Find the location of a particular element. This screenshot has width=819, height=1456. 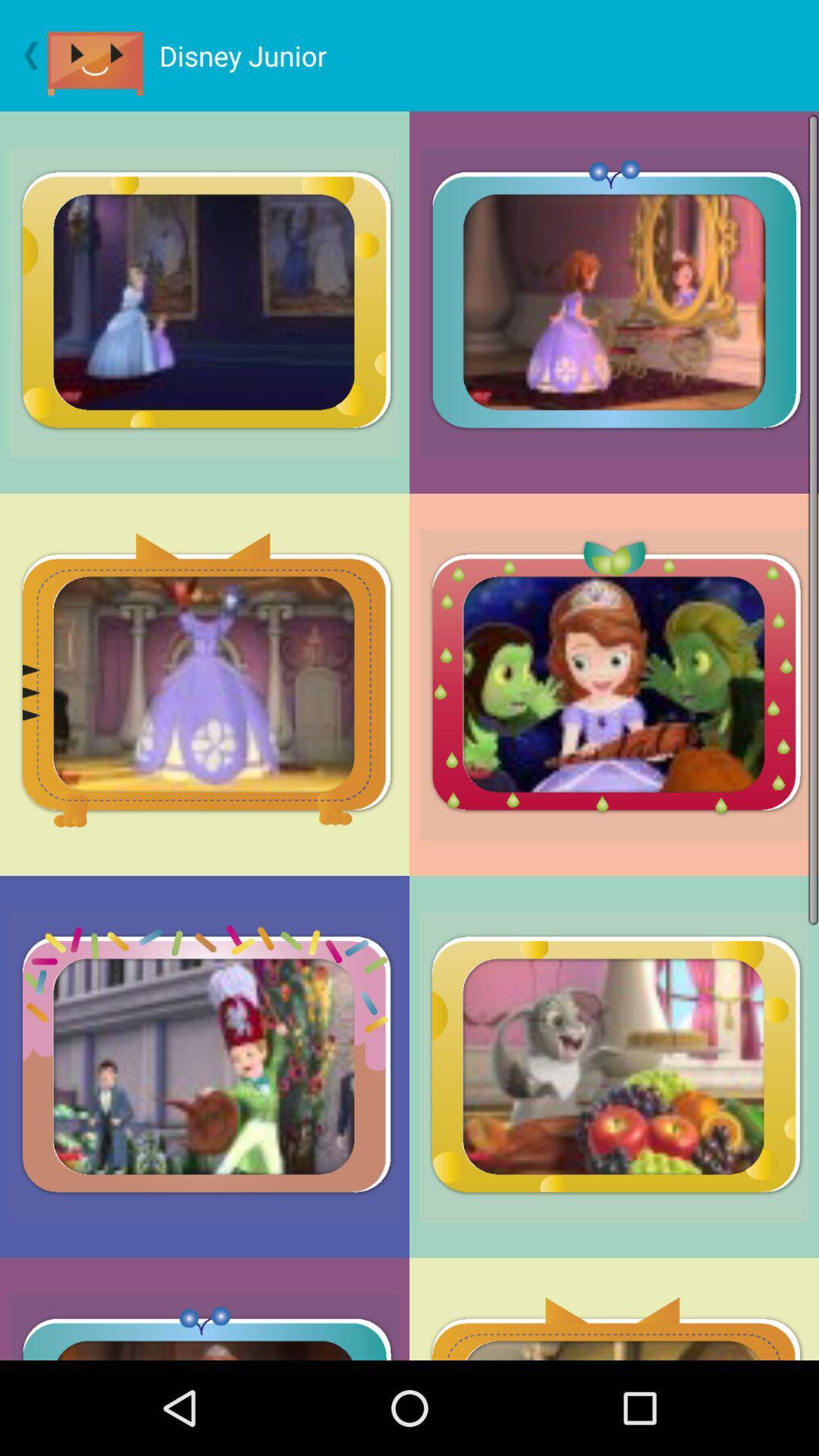

item next to the disney junior icon is located at coordinates (102, 55).